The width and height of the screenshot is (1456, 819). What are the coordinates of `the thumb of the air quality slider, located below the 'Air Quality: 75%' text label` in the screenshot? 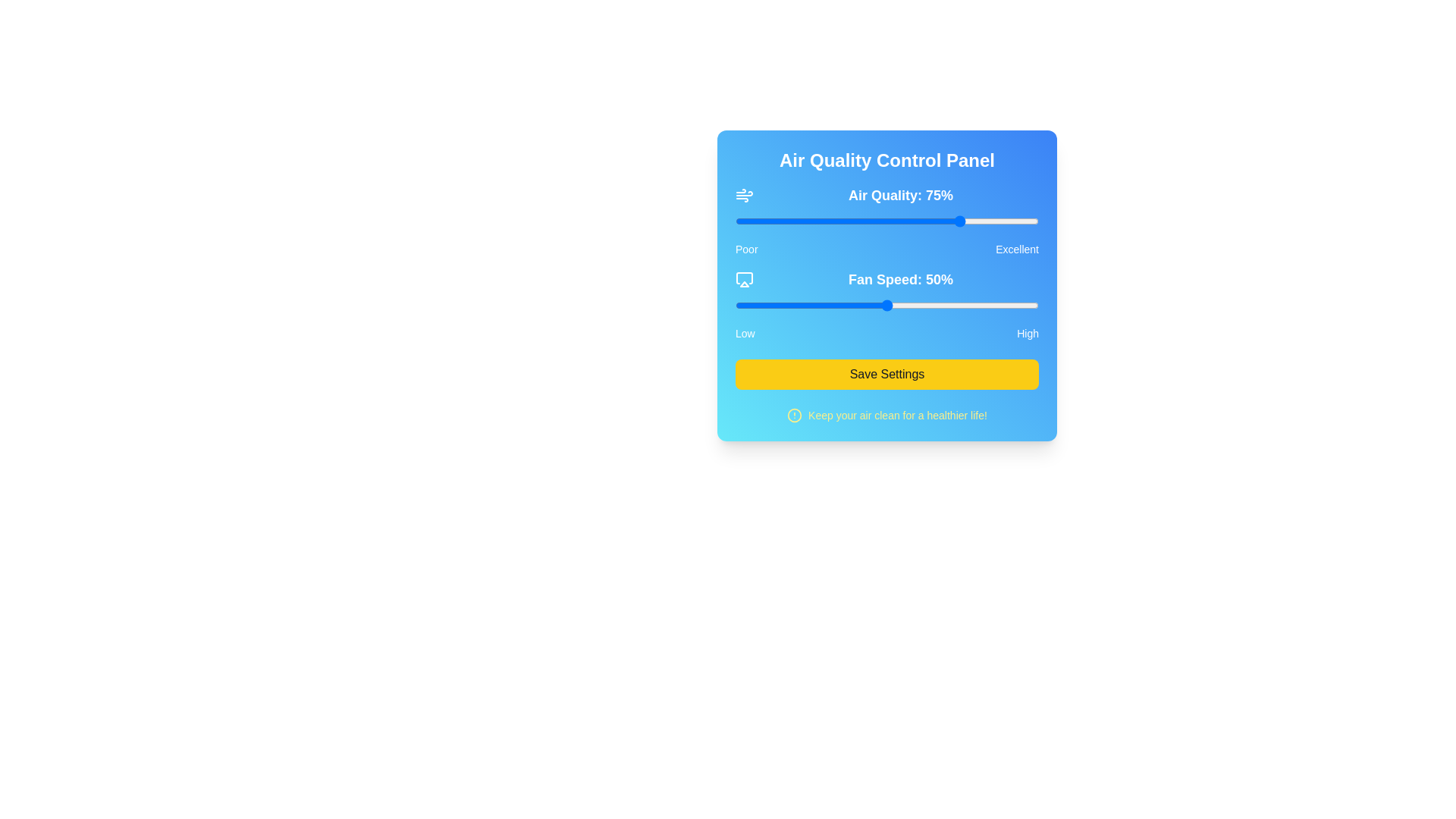 It's located at (887, 221).